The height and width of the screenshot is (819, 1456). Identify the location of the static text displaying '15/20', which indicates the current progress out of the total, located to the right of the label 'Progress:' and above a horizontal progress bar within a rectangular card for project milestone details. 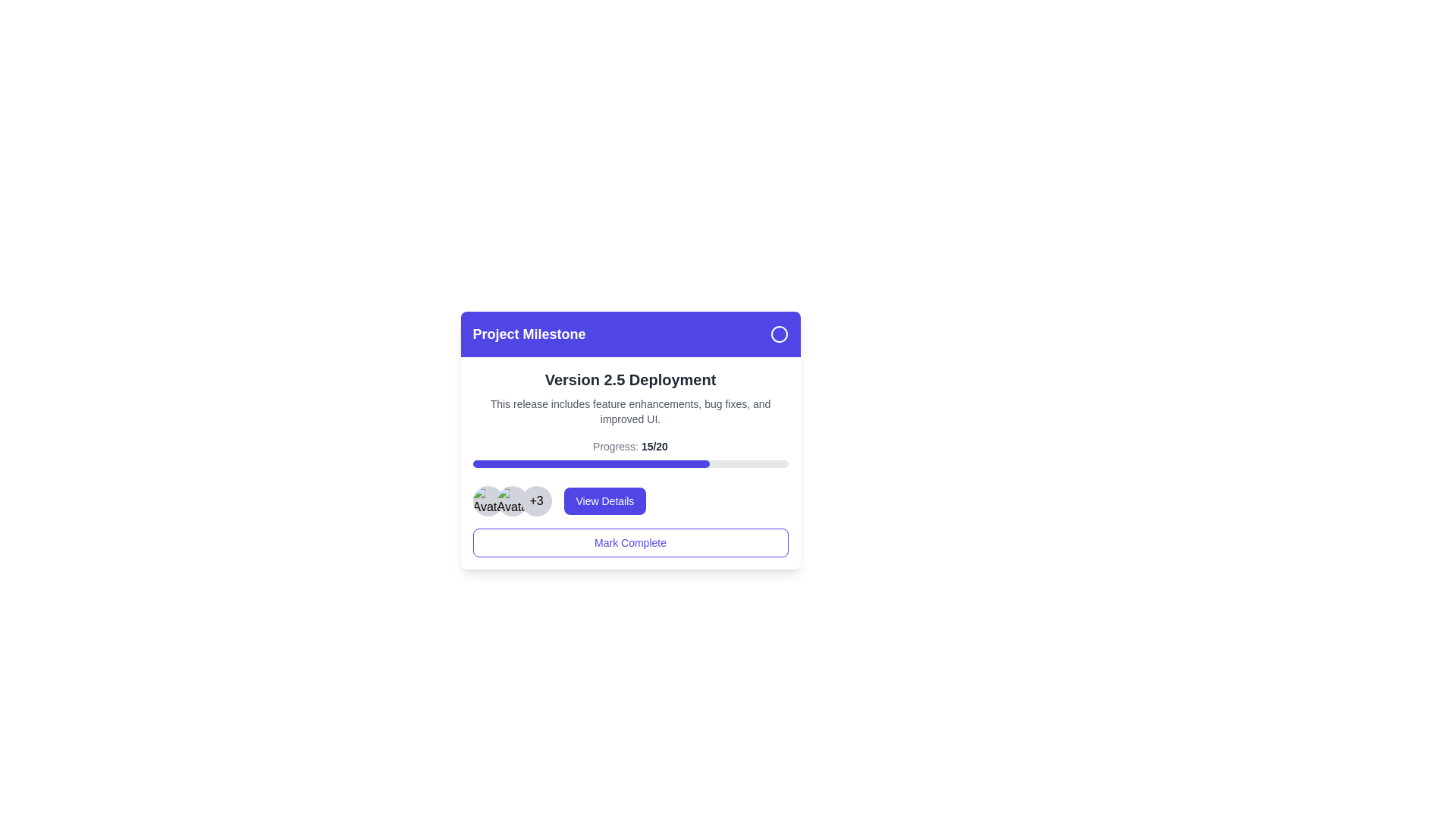
(654, 446).